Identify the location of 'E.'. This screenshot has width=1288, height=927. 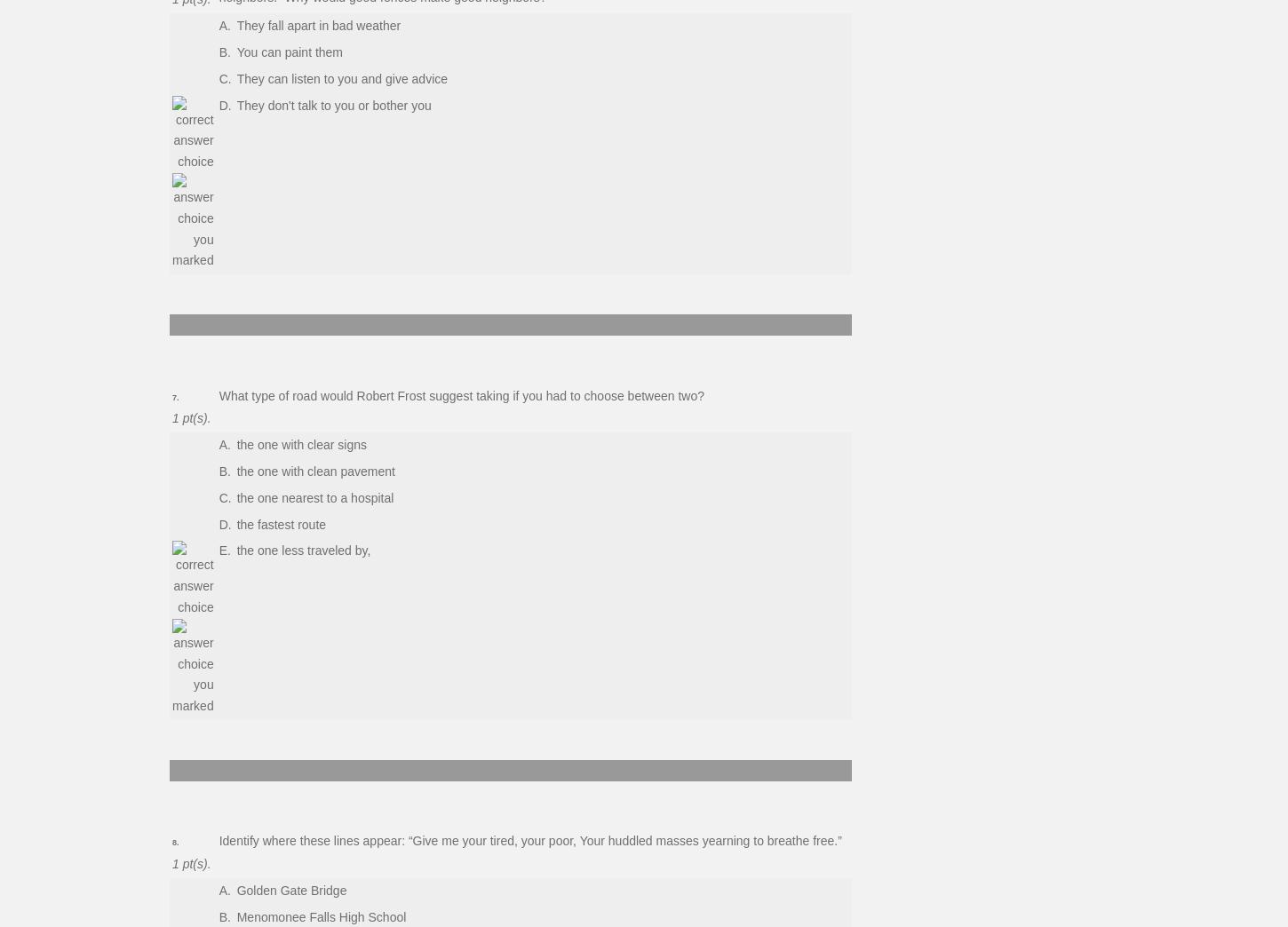
(224, 551).